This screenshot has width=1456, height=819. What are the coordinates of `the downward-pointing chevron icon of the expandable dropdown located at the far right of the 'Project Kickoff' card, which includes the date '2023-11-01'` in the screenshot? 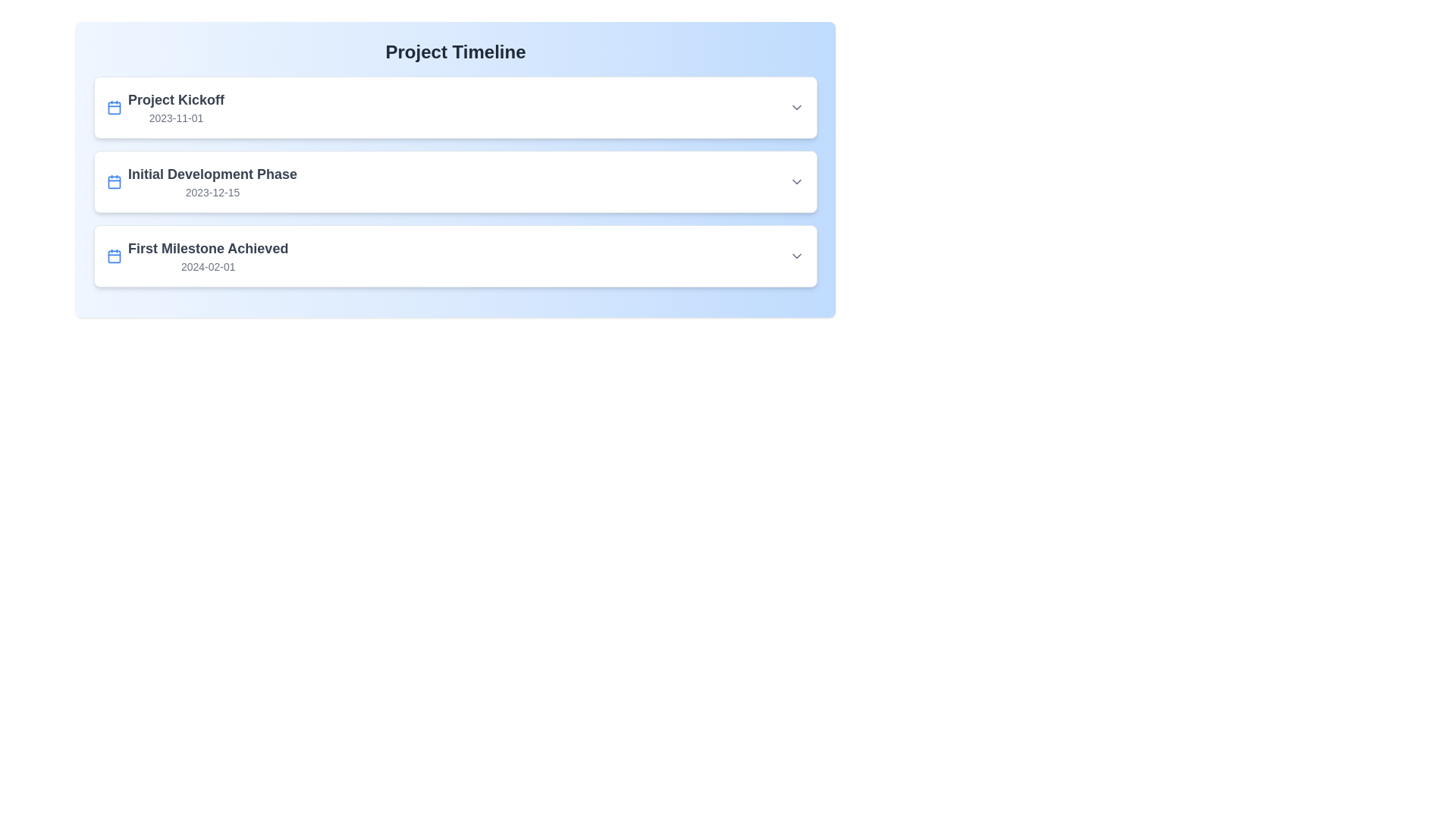 It's located at (796, 107).